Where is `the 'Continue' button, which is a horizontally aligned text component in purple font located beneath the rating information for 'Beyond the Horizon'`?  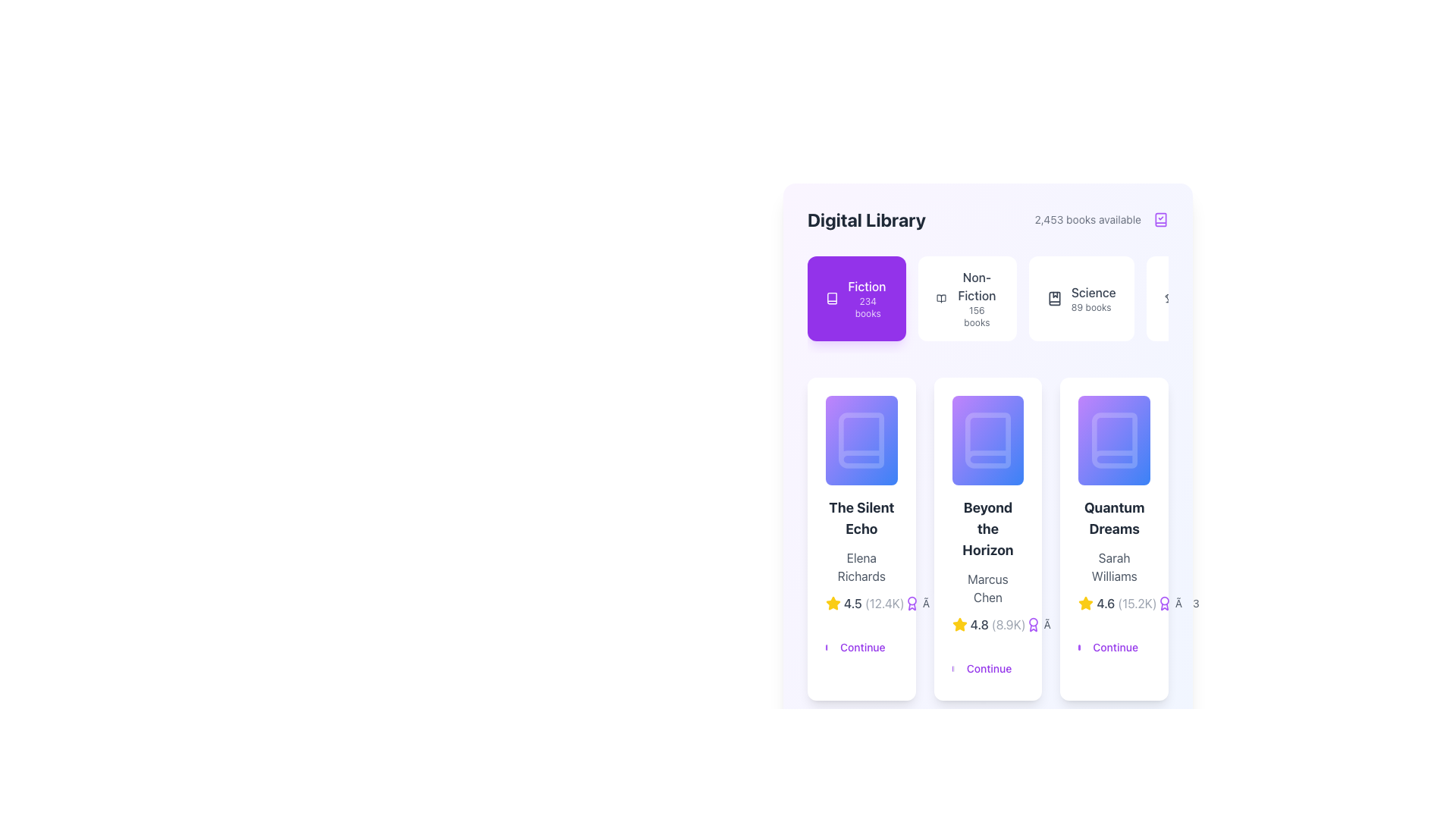
the 'Continue' button, which is a horizontally aligned text component in purple font located beneath the rating information for 'Beyond the Horizon' is located at coordinates (987, 662).